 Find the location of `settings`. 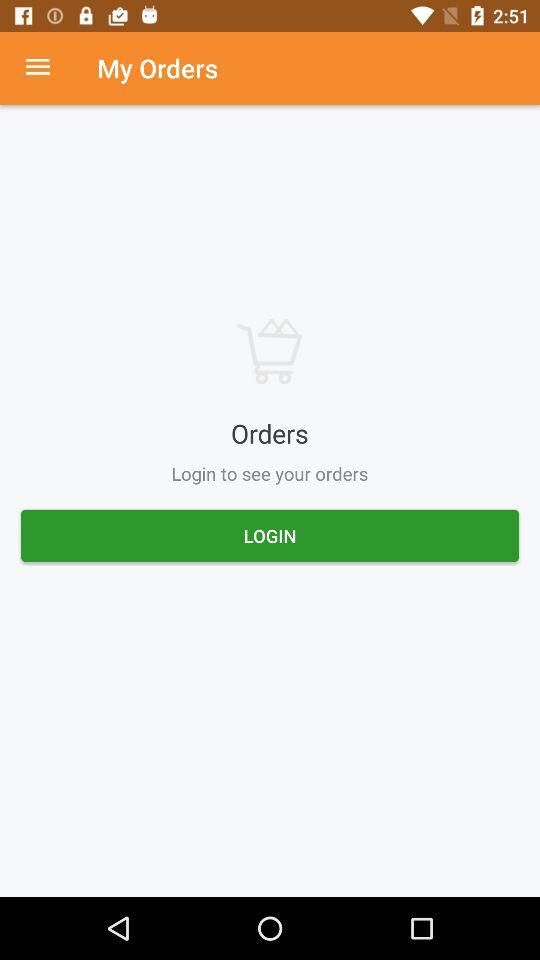

settings is located at coordinates (48, 68).